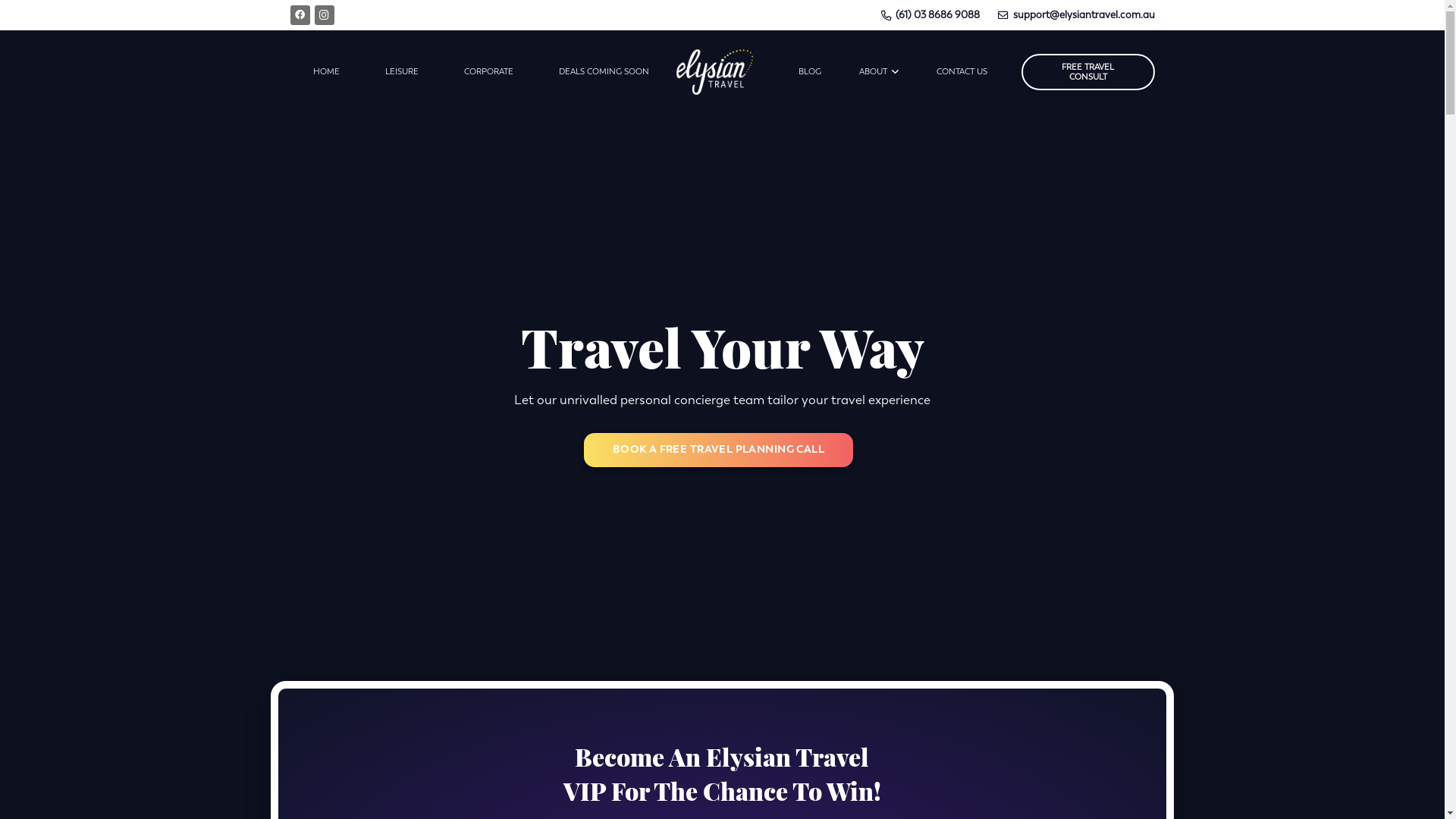 The width and height of the screenshot is (1456, 819). I want to click on 'LEISURE', so click(401, 72).